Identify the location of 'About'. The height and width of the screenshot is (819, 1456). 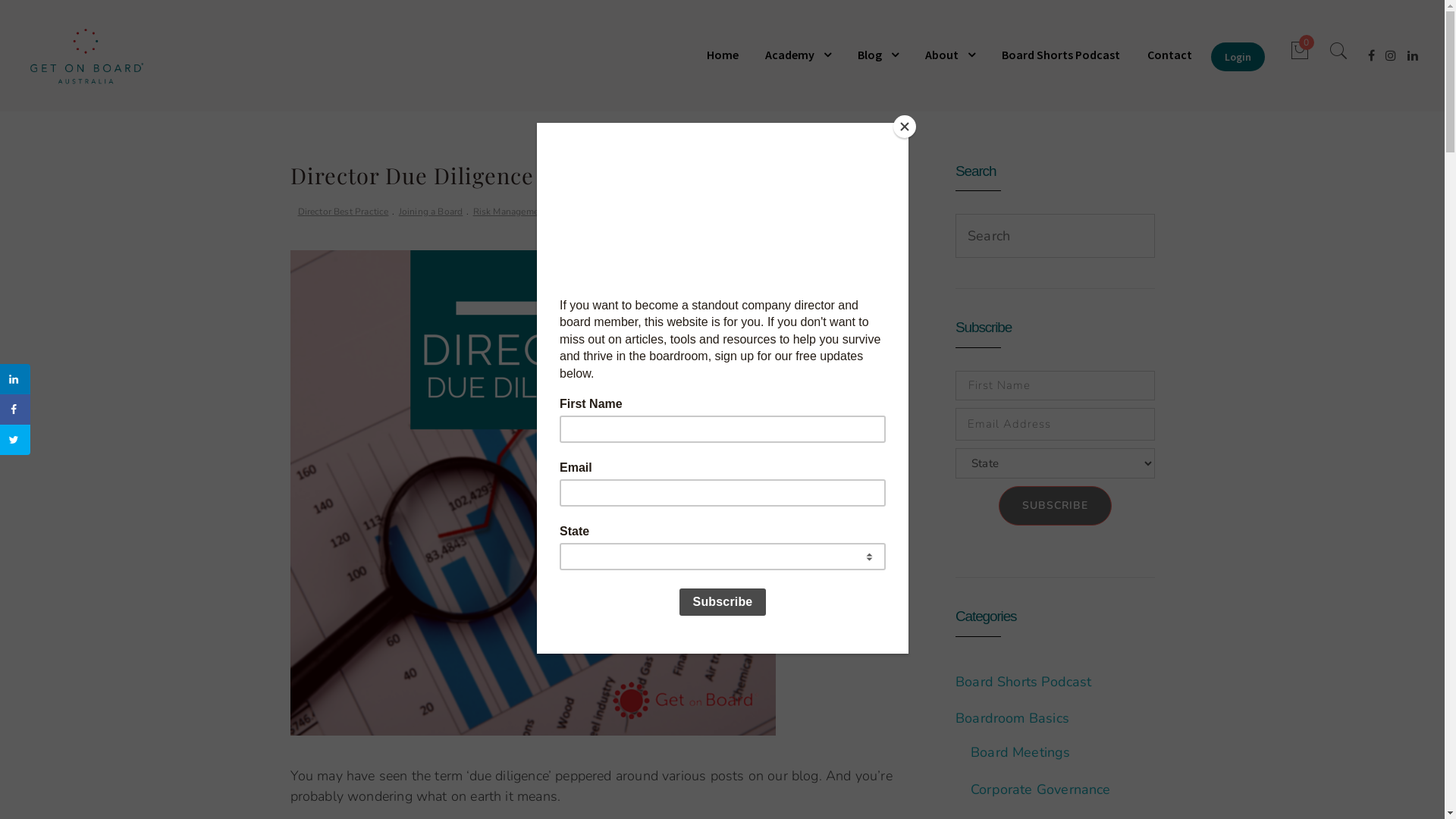
(949, 54).